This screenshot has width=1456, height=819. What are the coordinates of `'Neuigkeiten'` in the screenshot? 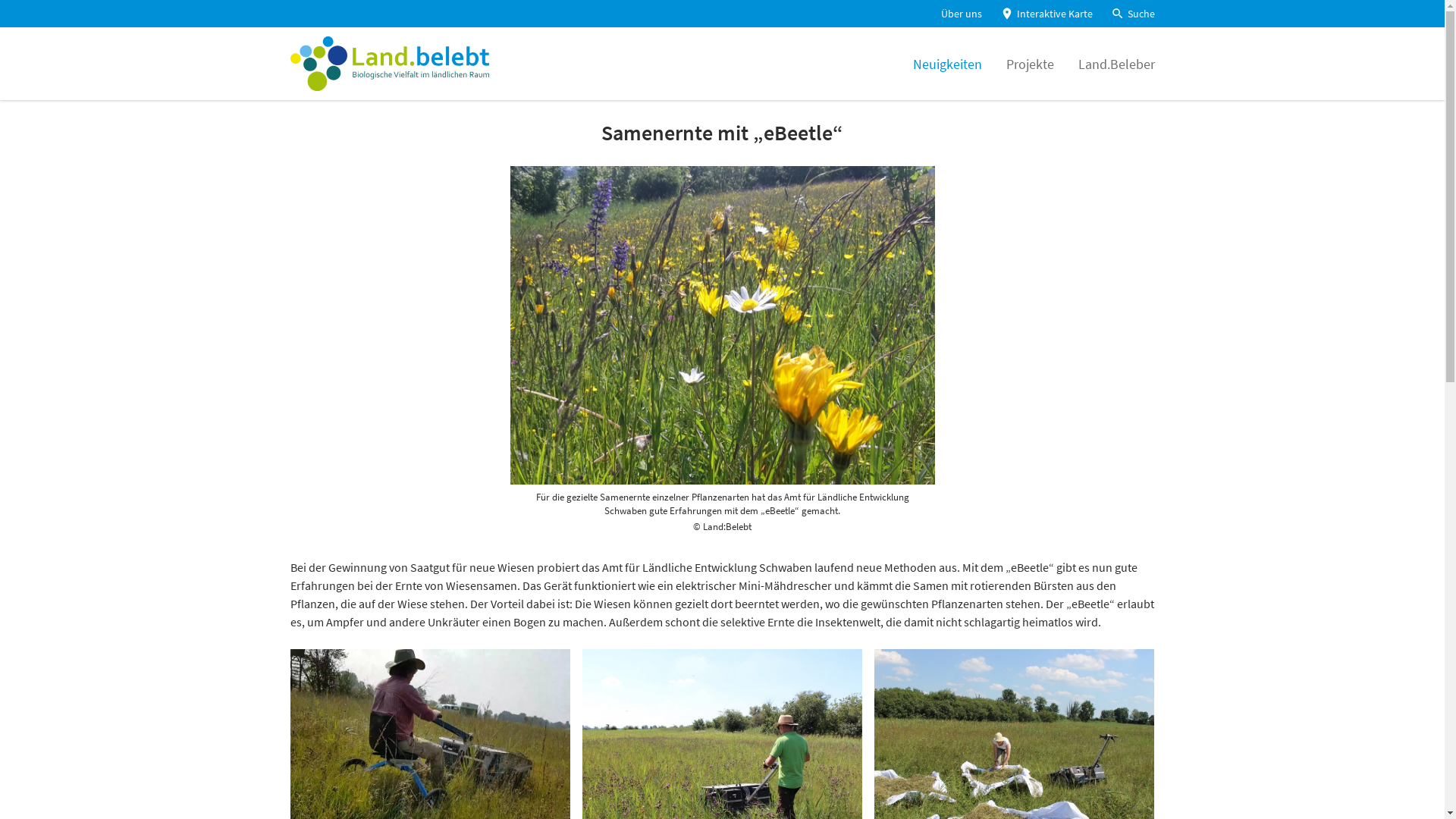 It's located at (946, 62).